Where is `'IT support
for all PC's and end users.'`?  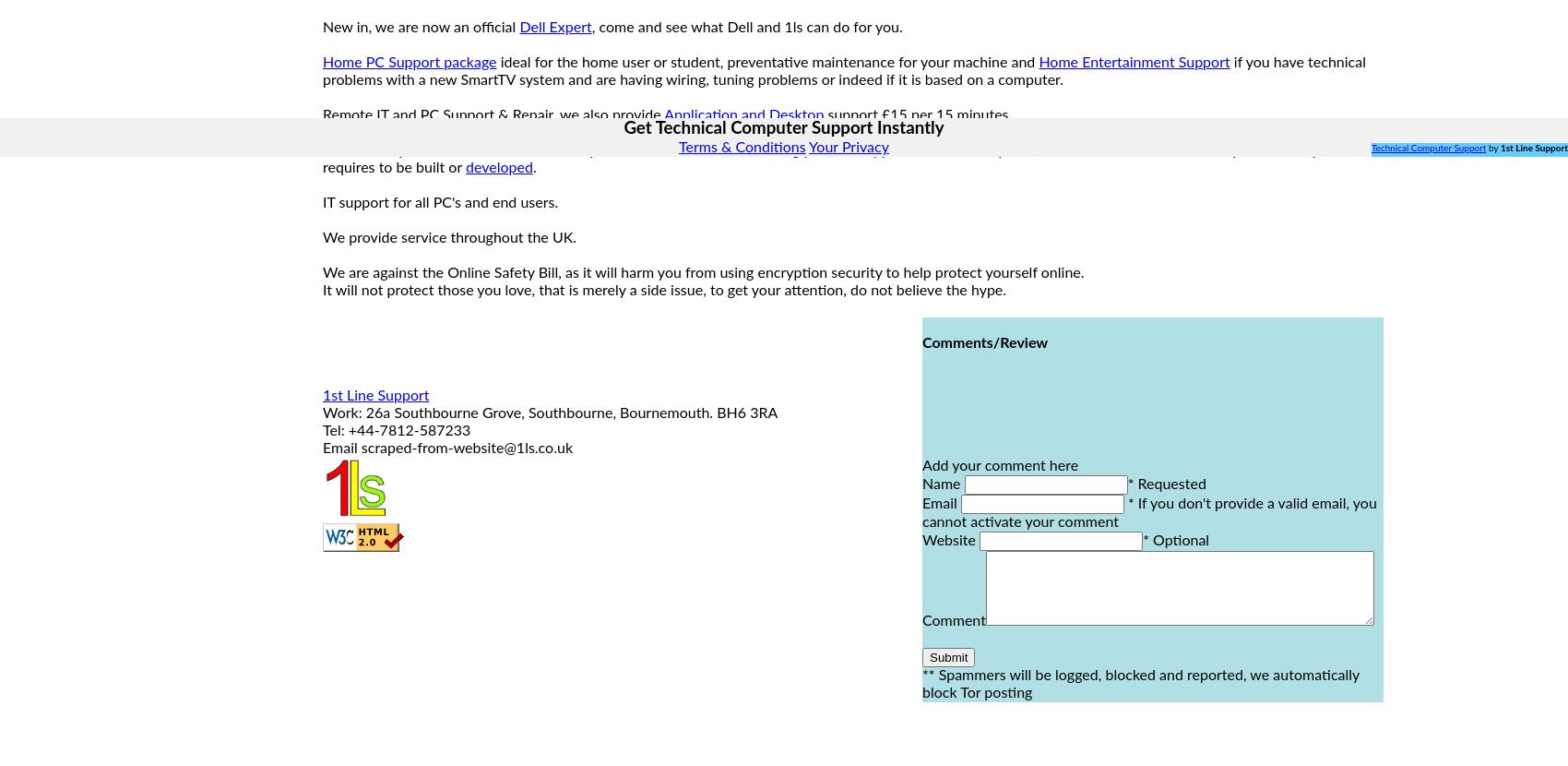
'IT support
for all PC's and end users.' is located at coordinates (440, 202).